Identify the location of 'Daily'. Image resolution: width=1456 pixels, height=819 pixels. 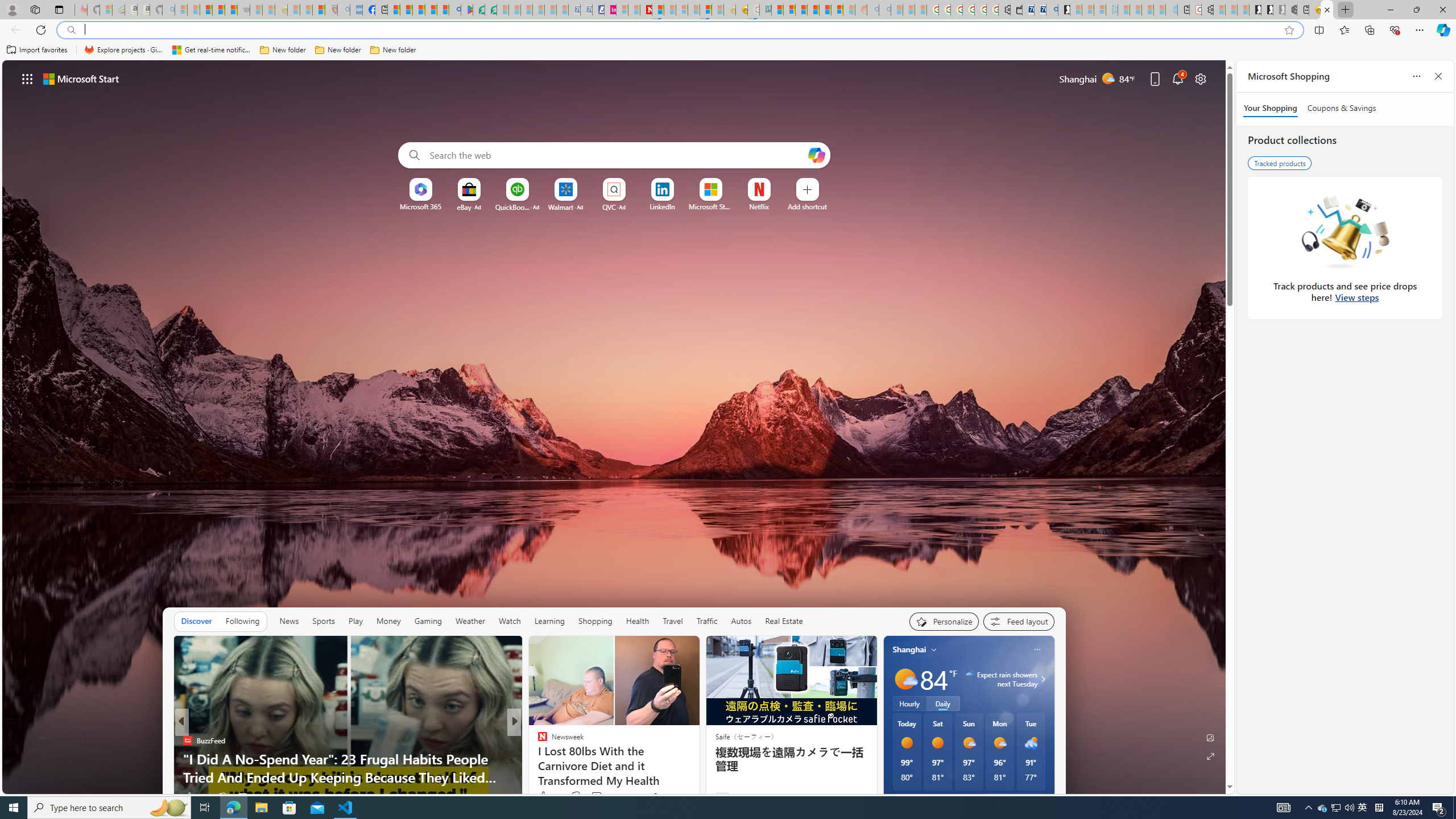
(942, 703).